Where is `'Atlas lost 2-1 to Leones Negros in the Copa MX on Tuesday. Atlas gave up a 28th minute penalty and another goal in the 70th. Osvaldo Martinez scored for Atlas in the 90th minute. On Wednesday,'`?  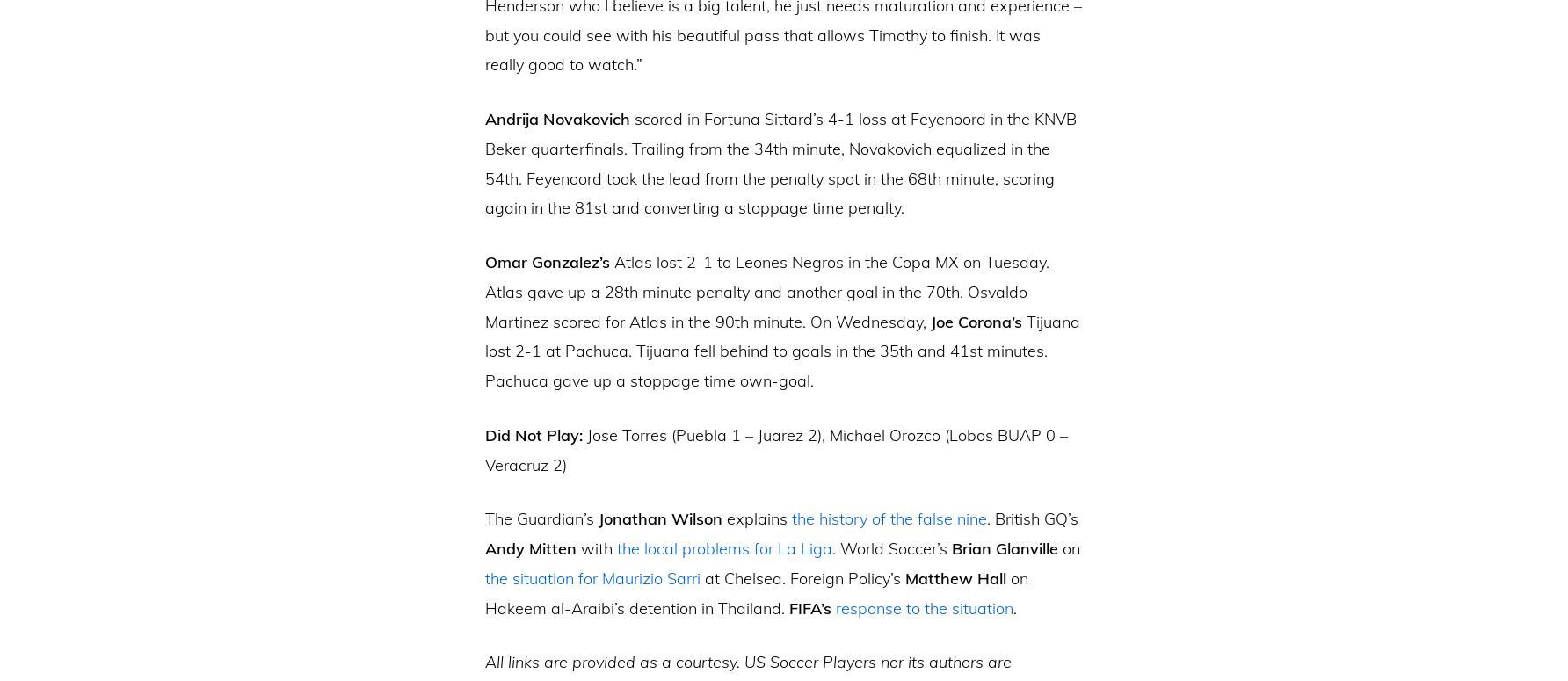
'Atlas lost 2-1 to Leones Negros in the Copa MX on Tuesday. Atlas gave up a 28th minute penalty and another goal in the 70th. Osvaldo Martinez scored for Atlas in the 90th minute. On Wednesday,' is located at coordinates (766, 291).